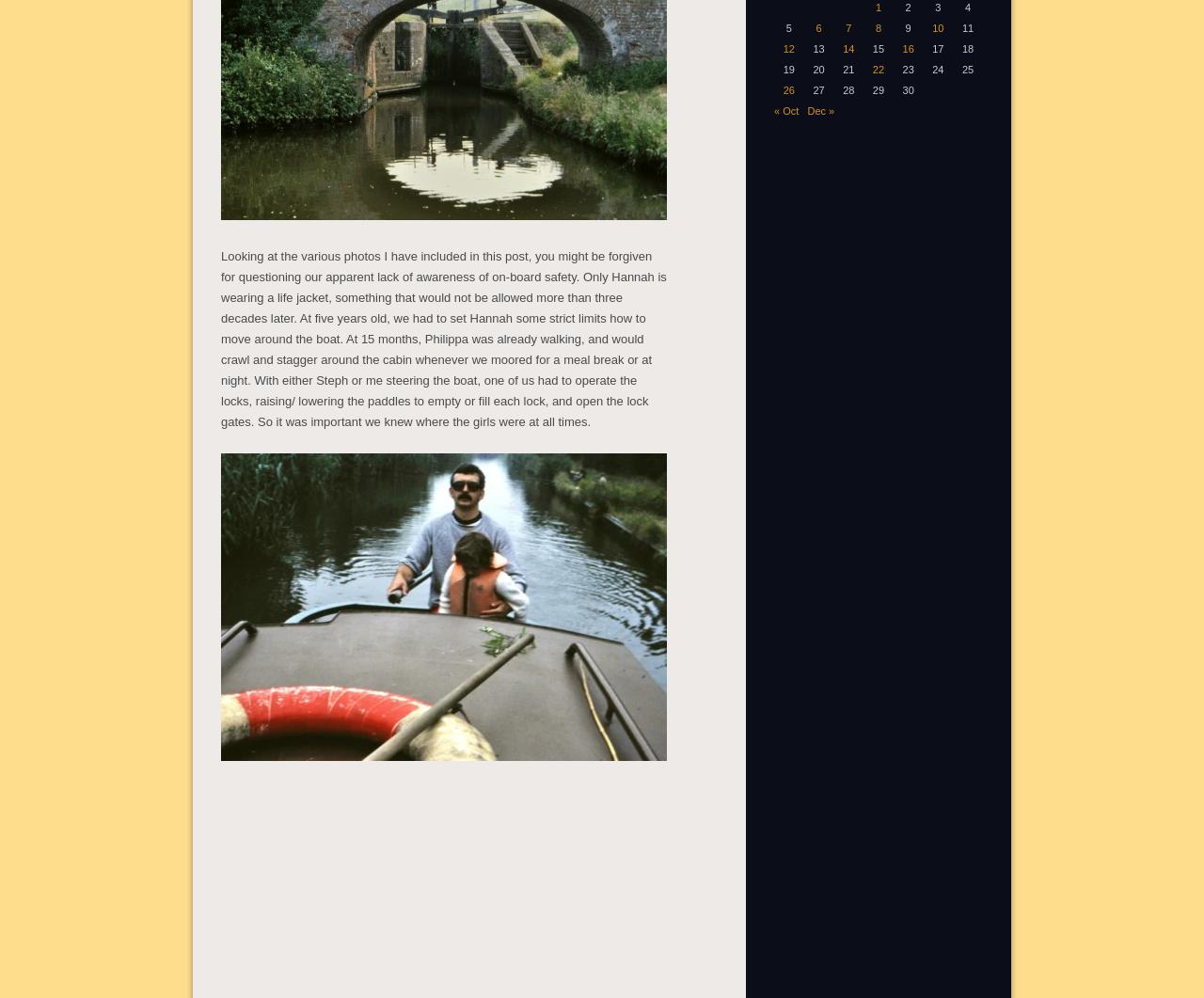 The height and width of the screenshot is (998, 1204). Describe the element at coordinates (967, 26) in the screenshot. I see `'11'` at that location.